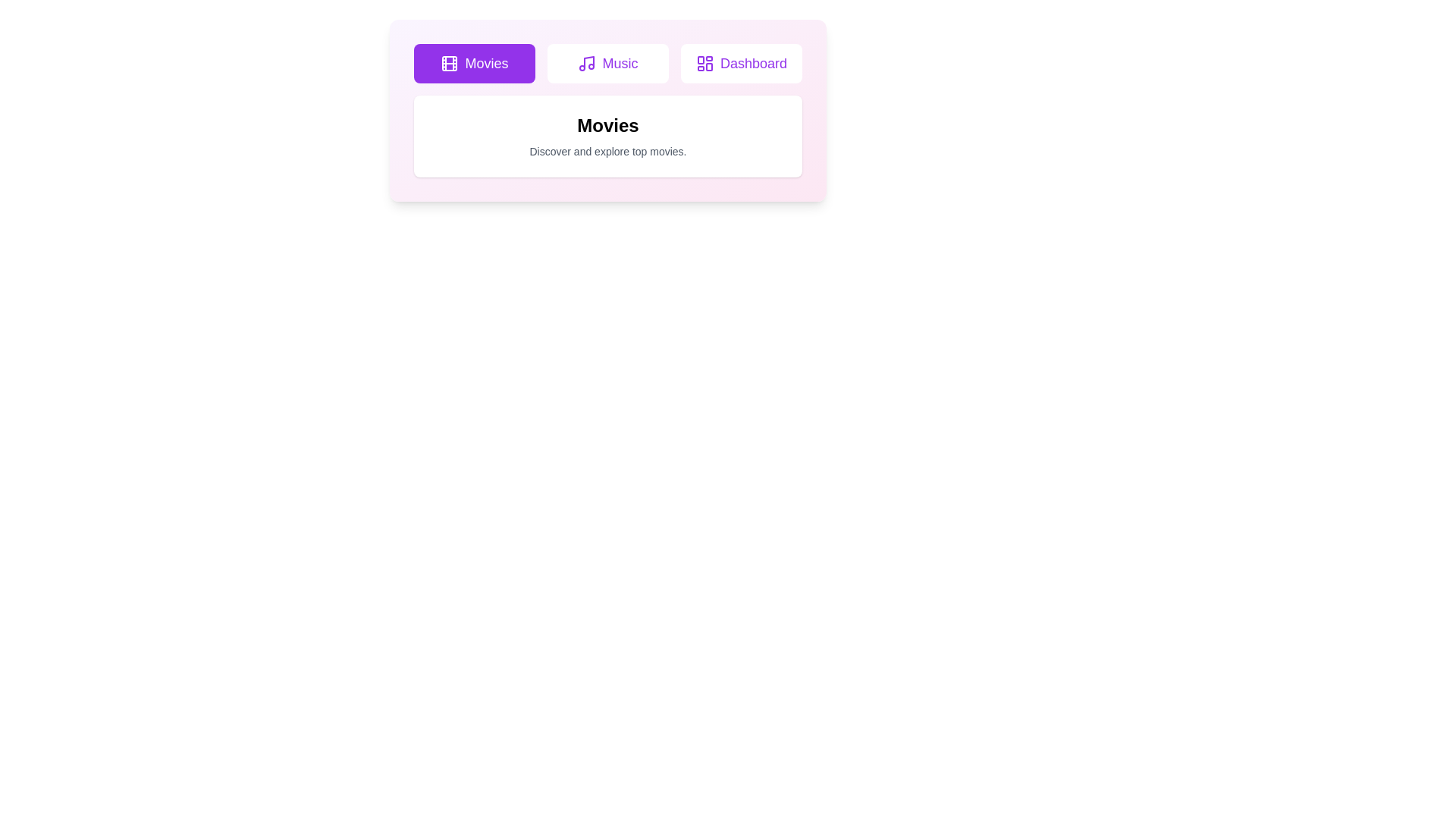 Image resolution: width=1456 pixels, height=819 pixels. I want to click on the tab button labeled Movies to switch to the corresponding tab, so click(473, 63).